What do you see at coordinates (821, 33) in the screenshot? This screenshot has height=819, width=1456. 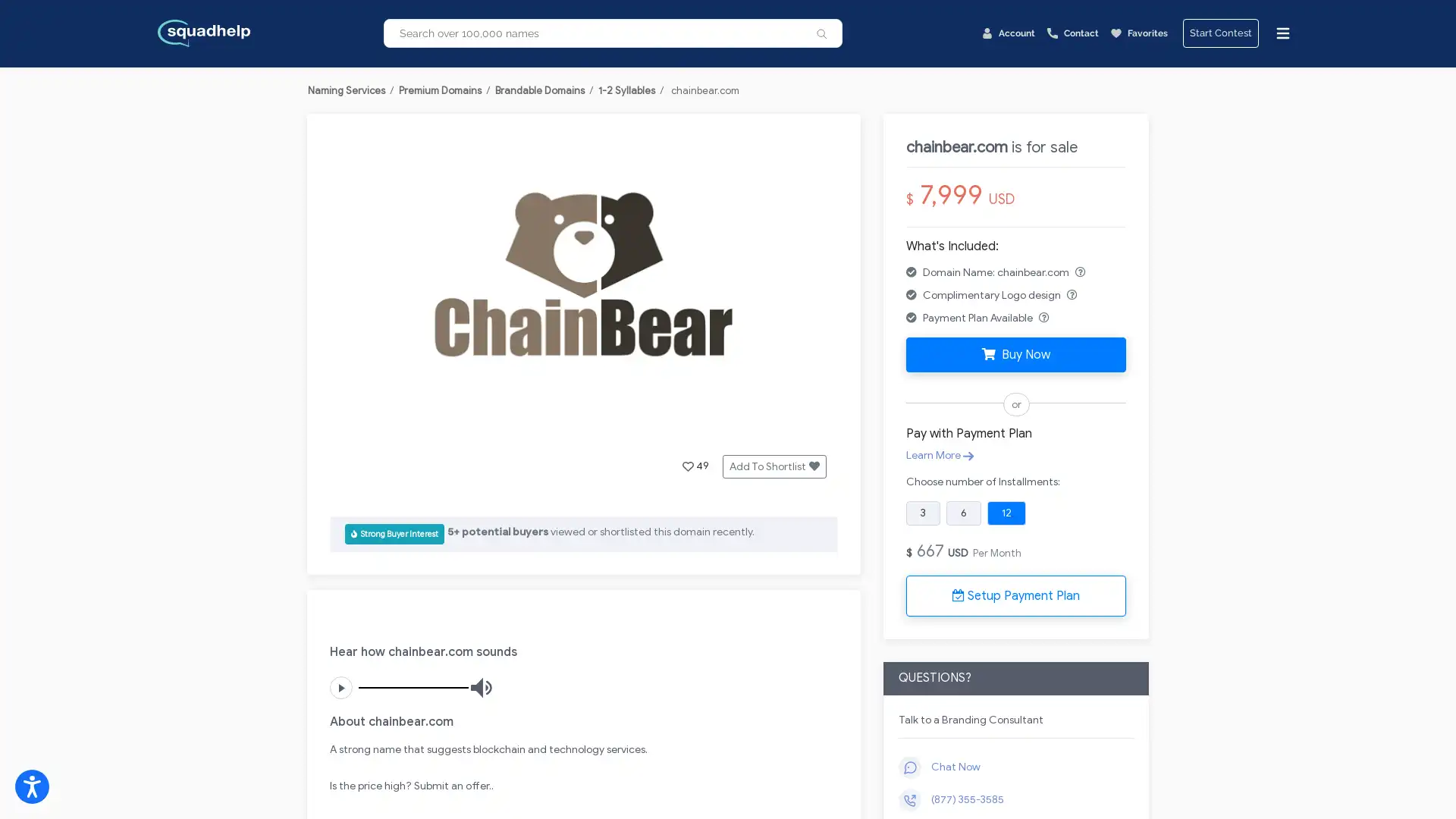 I see `Search premium domains` at bounding box center [821, 33].